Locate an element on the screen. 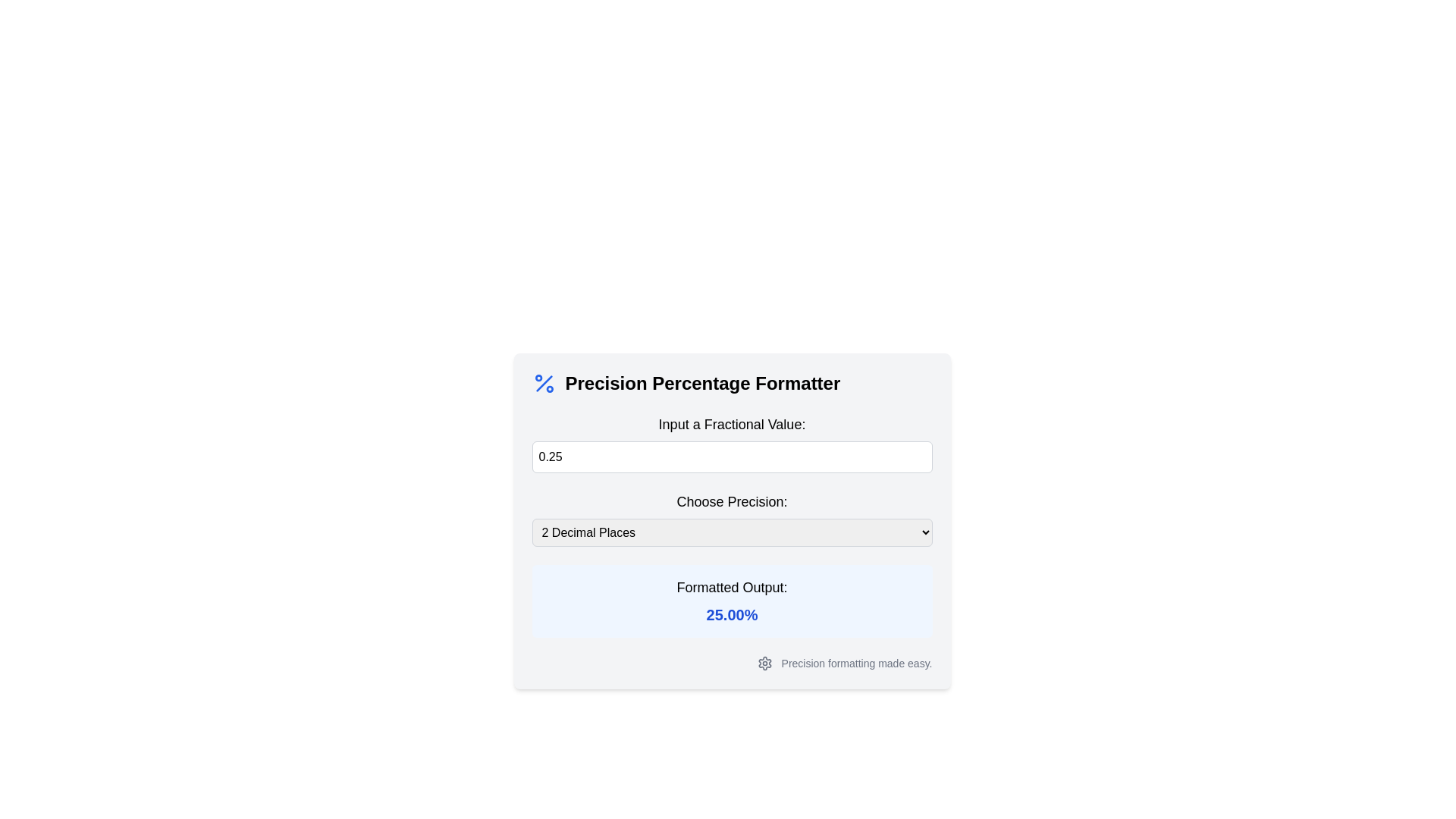 This screenshot has height=819, width=1456. the light gray text snippet reading 'Precision formatting made easy' located at the bottom-right corner of the form, next to the gear icon is located at coordinates (857, 663).